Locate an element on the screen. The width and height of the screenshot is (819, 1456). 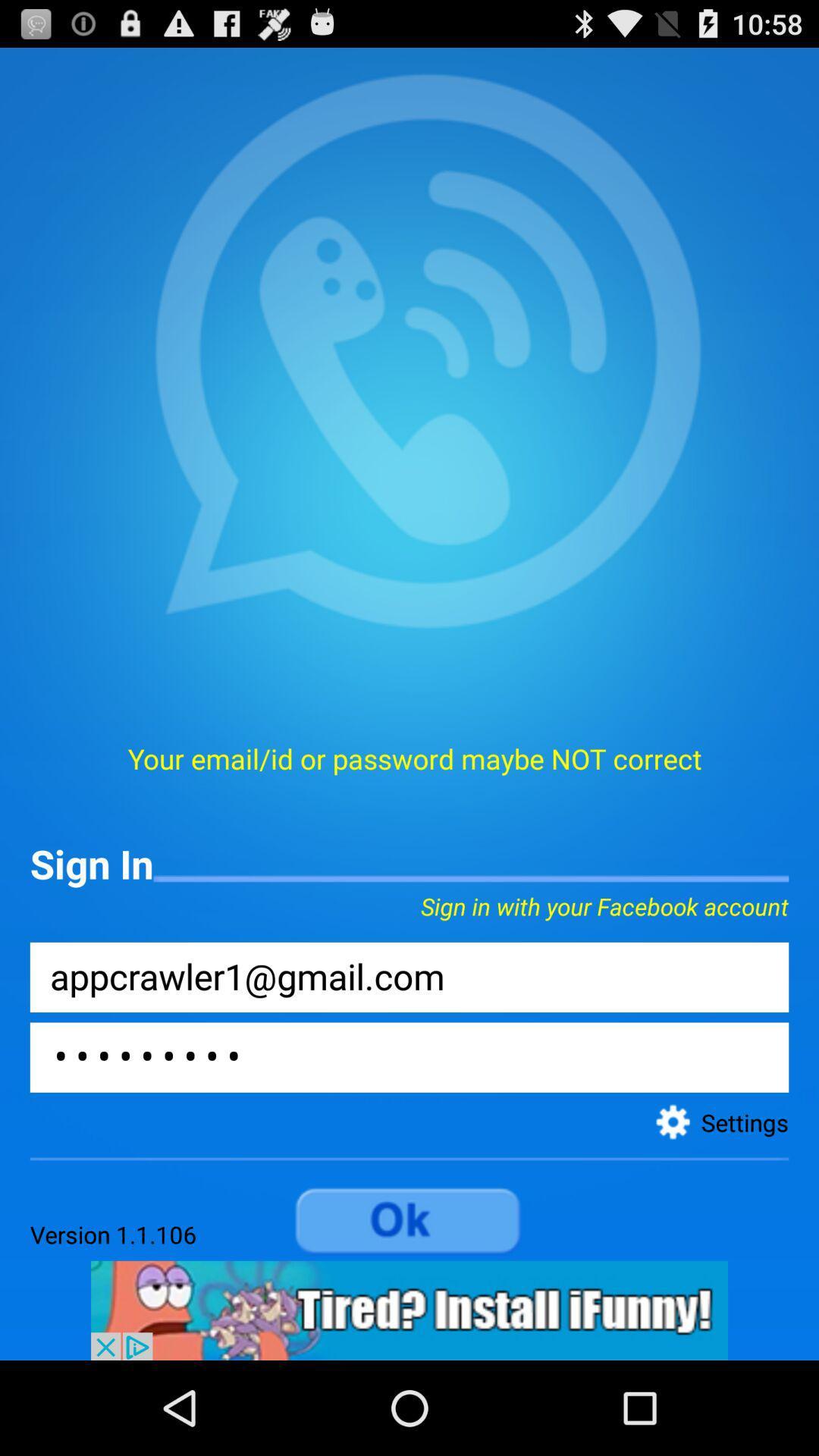
email address space is located at coordinates (409, 977).